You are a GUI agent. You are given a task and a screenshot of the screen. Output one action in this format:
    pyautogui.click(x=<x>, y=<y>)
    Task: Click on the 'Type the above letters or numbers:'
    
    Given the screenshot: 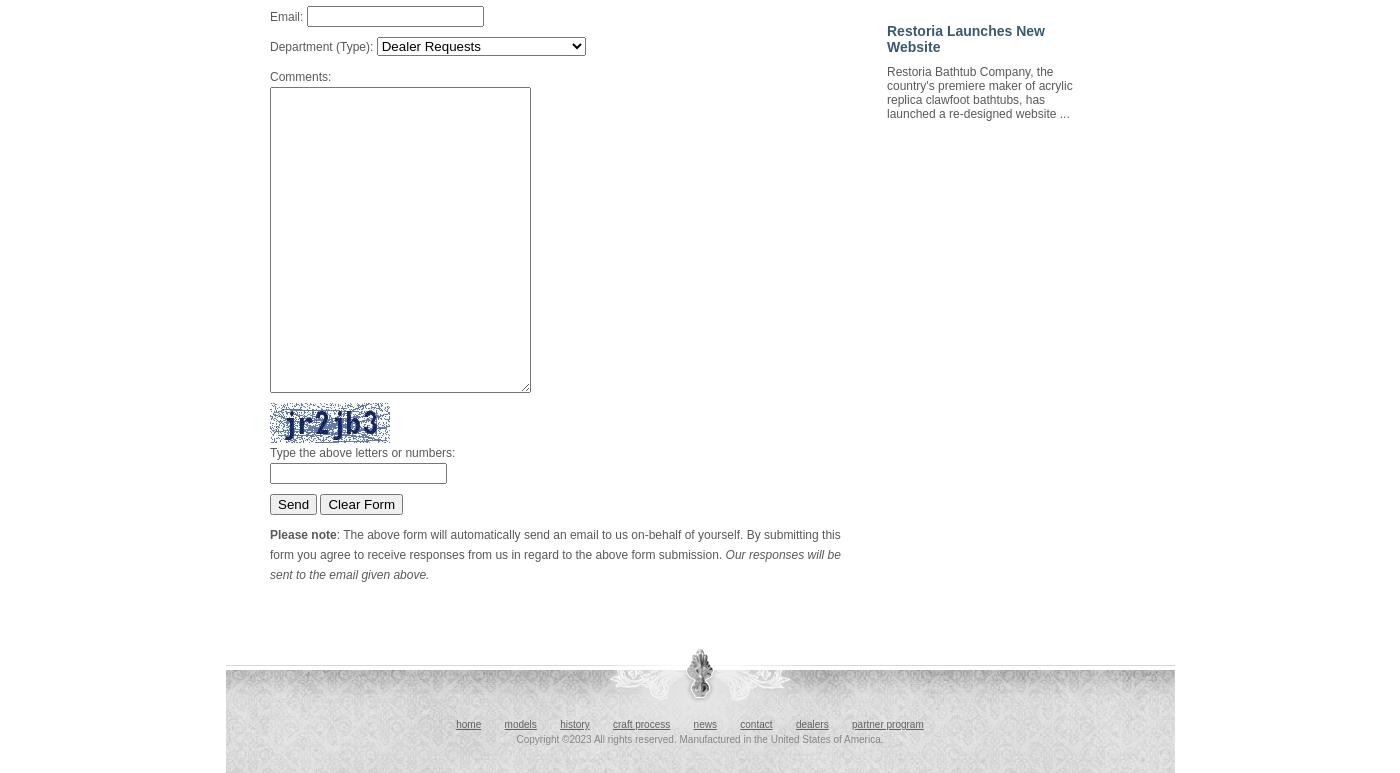 What is the action you would take?
    pyautogui.click(x=362, y=452)
    